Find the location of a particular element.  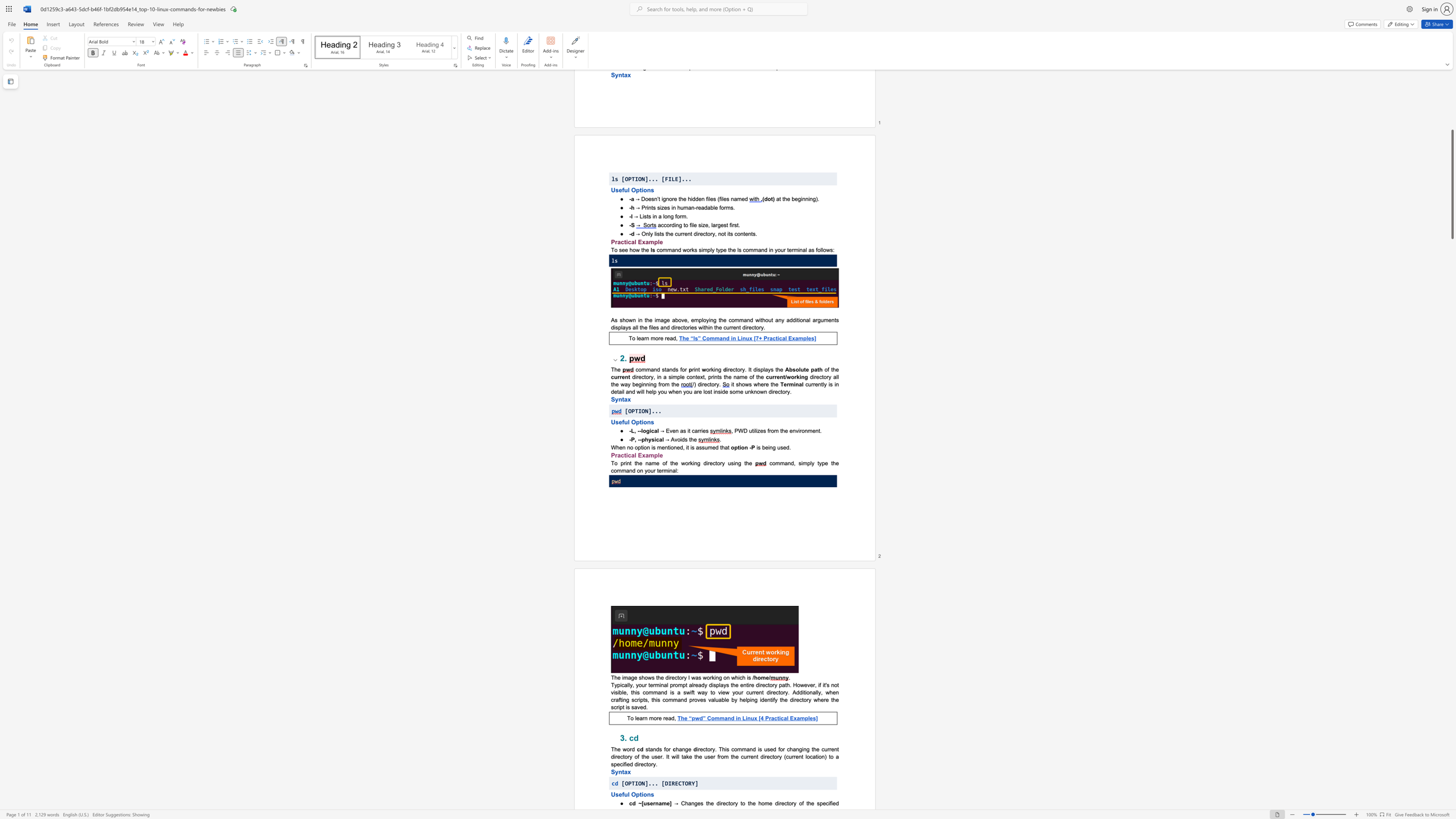

the 3th character "e" in the text is located at coordinates (714, 447).